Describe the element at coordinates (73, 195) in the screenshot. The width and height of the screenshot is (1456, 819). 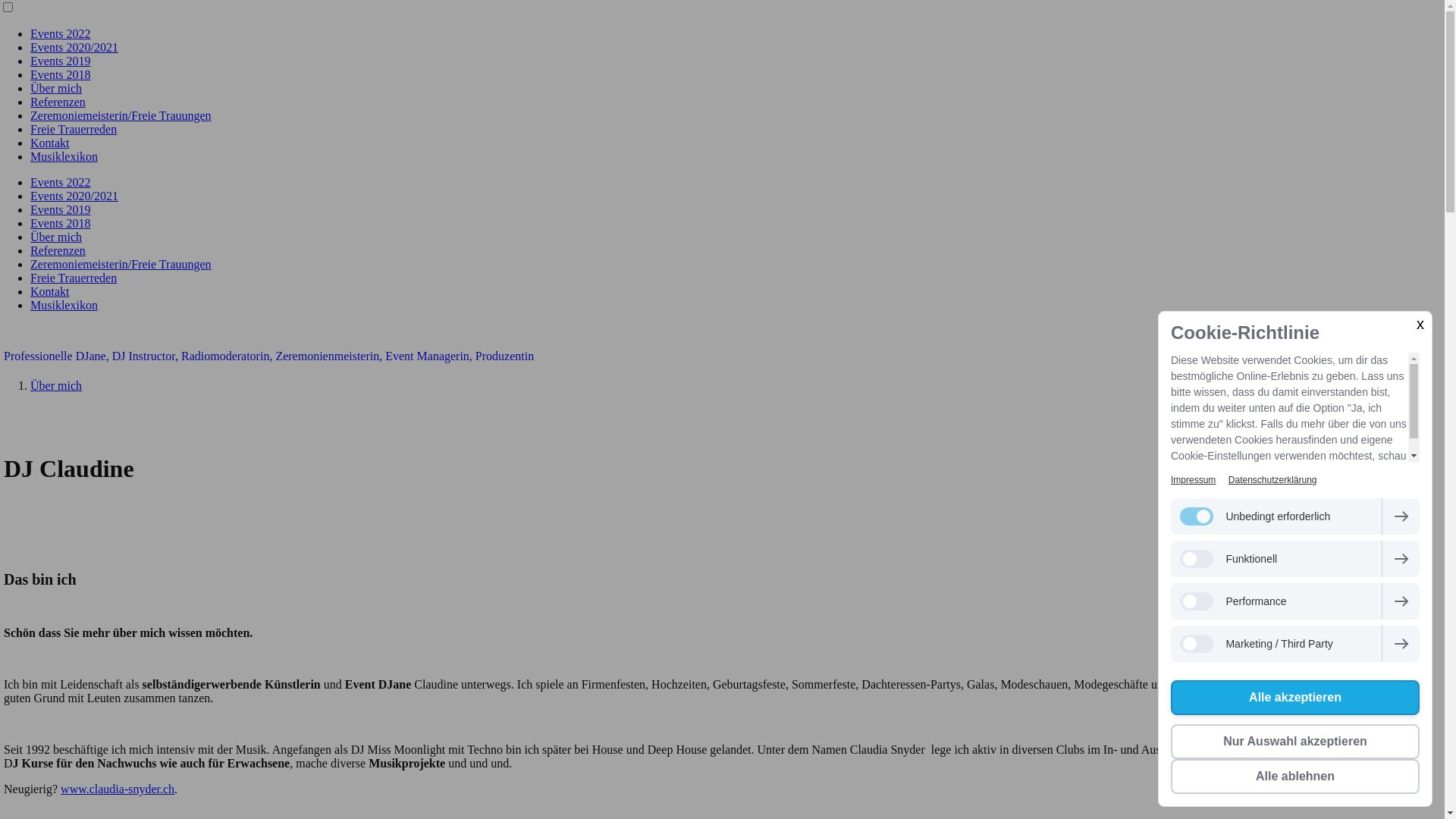
I see `'Events 2020/2021'` at that location.